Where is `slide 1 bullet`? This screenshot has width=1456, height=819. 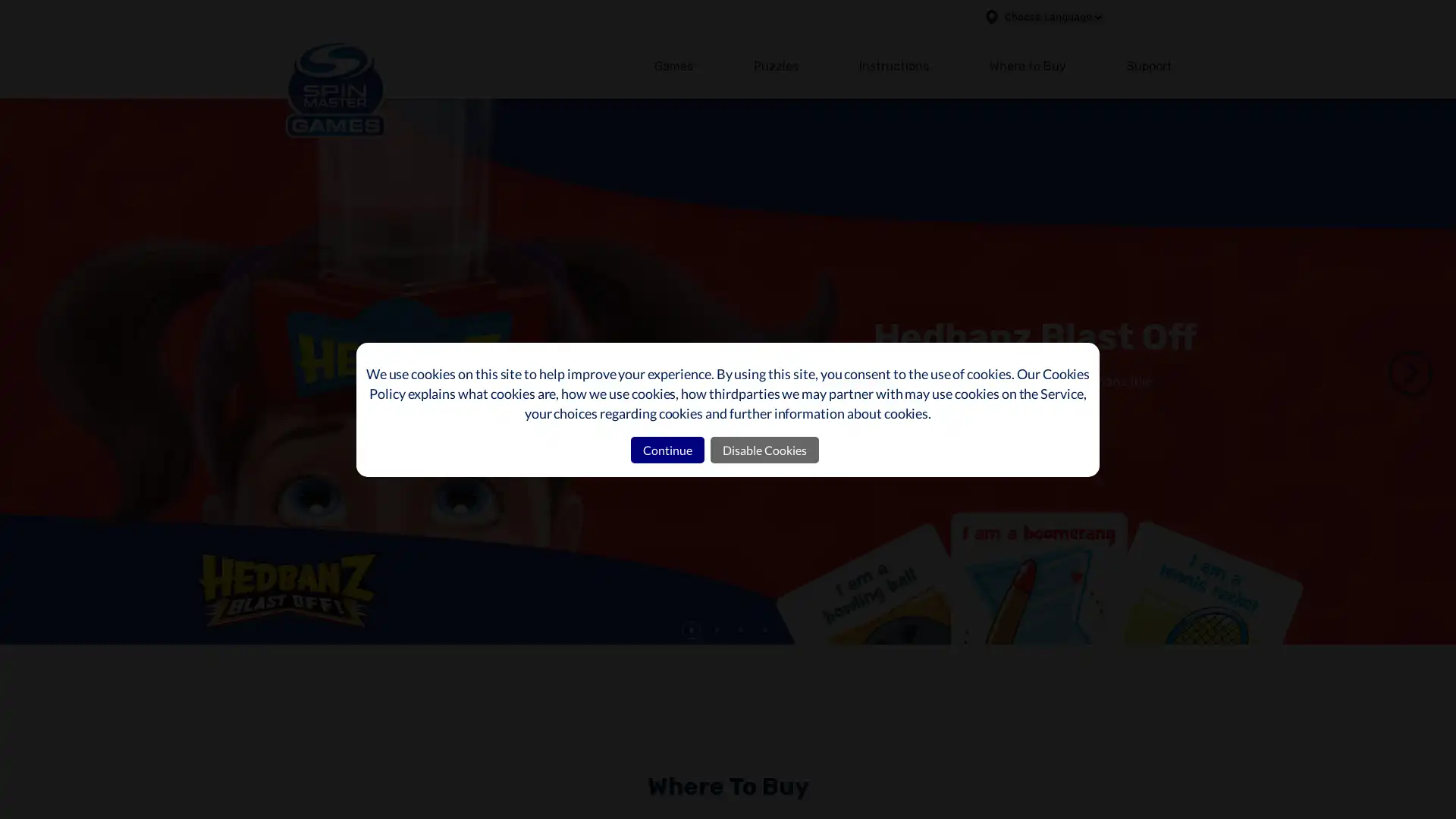
slide 1 bullet is located at coordinates (691, 629).